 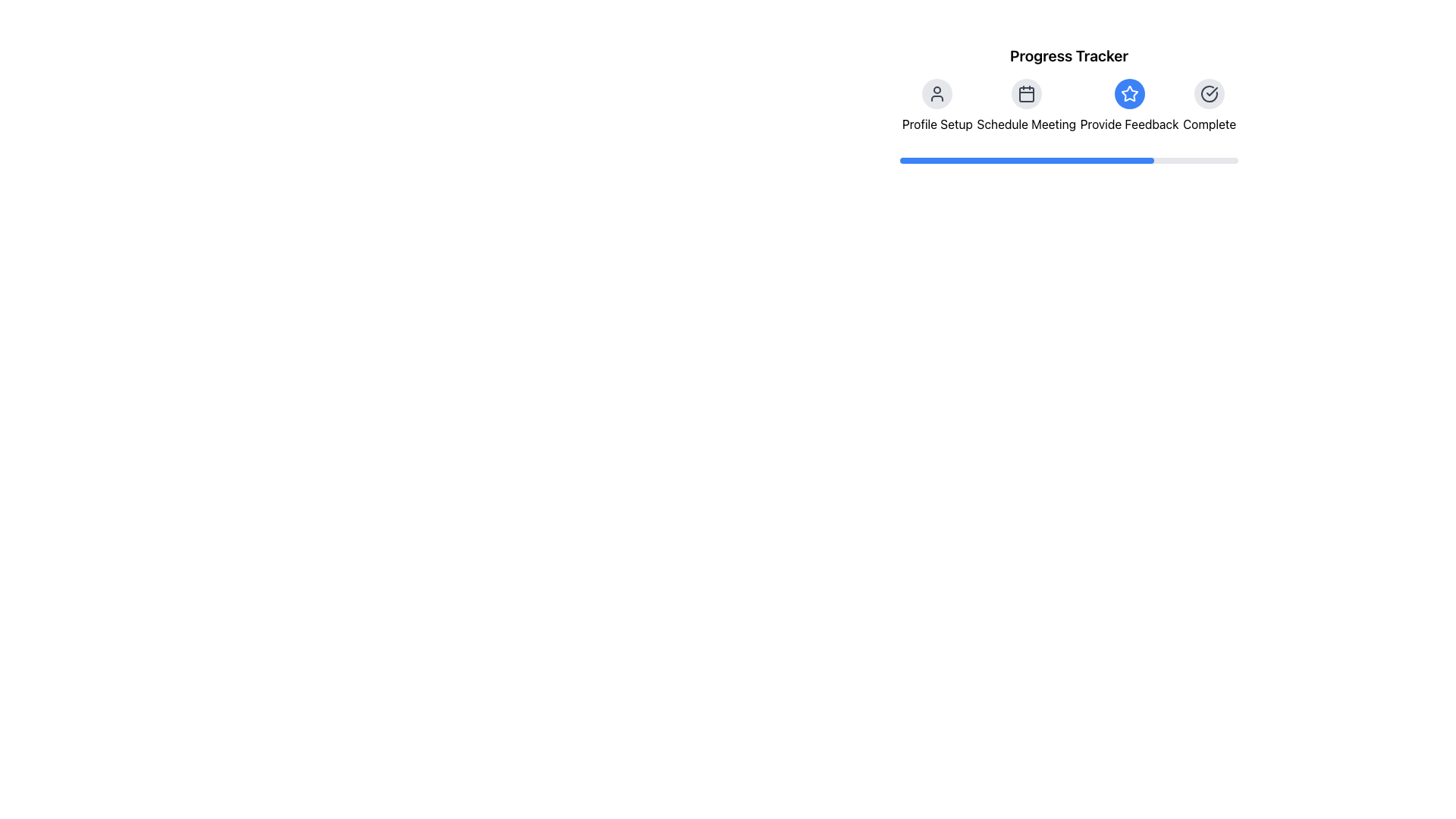 What do you see at coordinates (1209, 124) in the screenshot?
I see `the static text label displaying 'Complete' that is positioned below a circular checkmark icon, indicating task completion` at bounding box center [1209, 124].